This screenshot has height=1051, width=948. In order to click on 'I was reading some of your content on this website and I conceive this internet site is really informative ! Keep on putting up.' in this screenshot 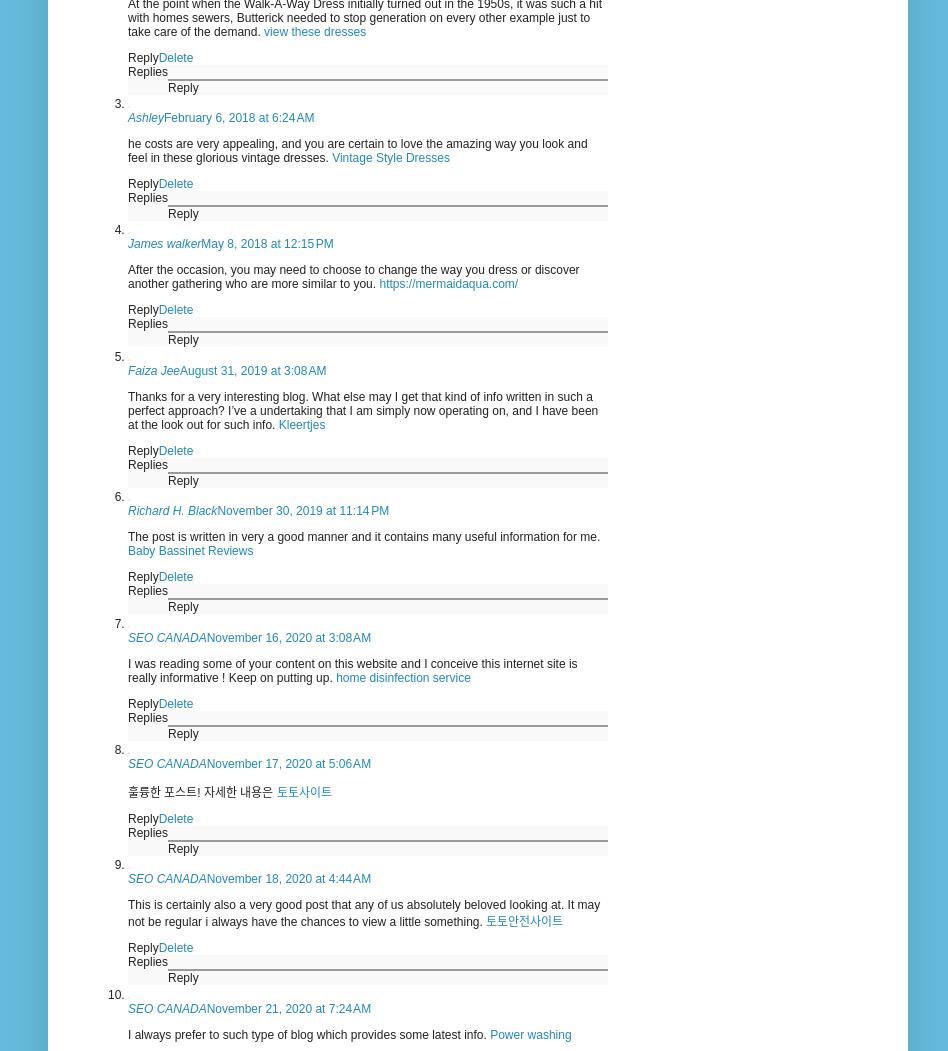, I will do `click(126, 670)`.